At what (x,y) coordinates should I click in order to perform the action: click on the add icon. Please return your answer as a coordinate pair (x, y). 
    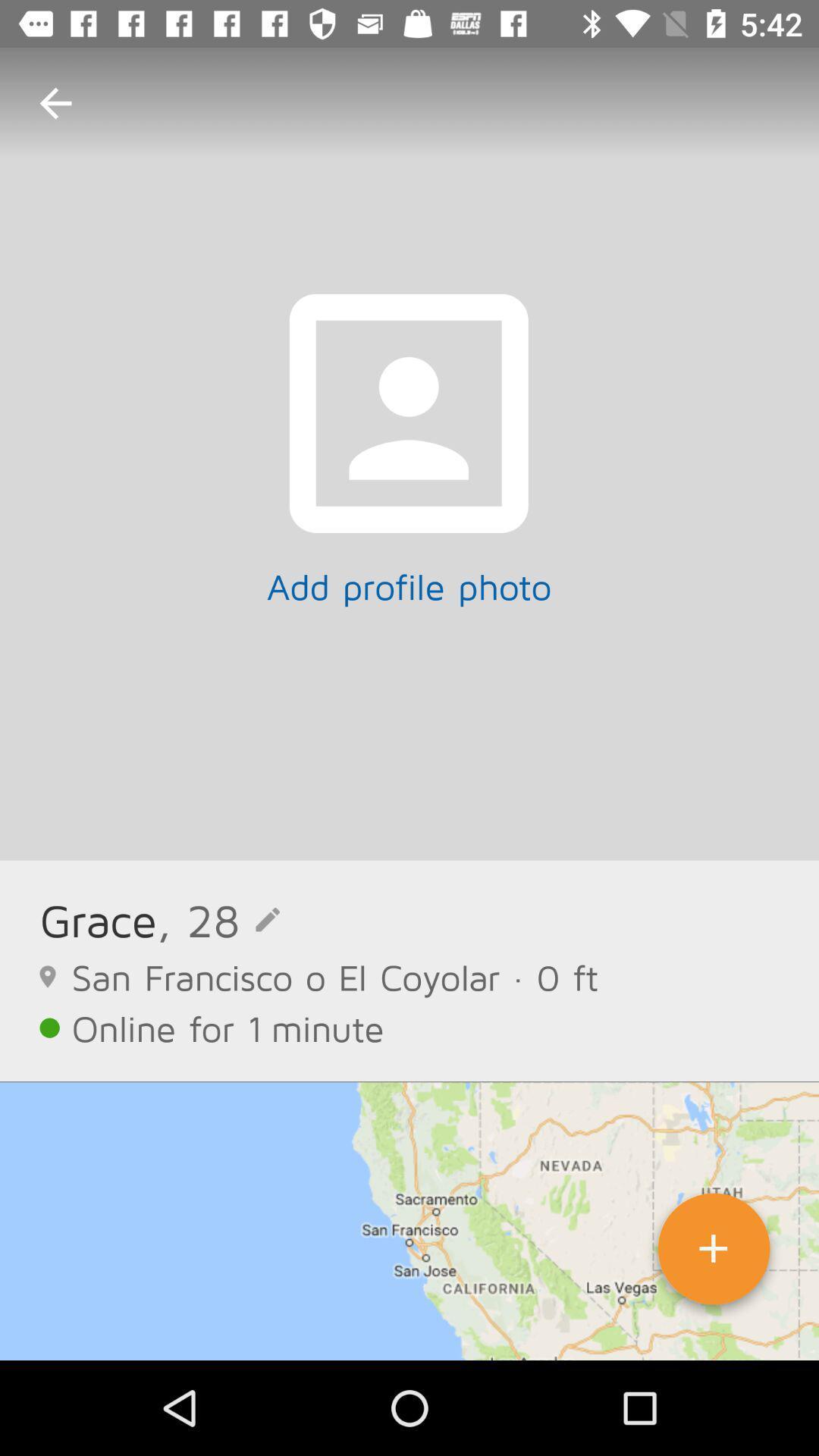
    Looking at the image, I should click on (714, 1254).